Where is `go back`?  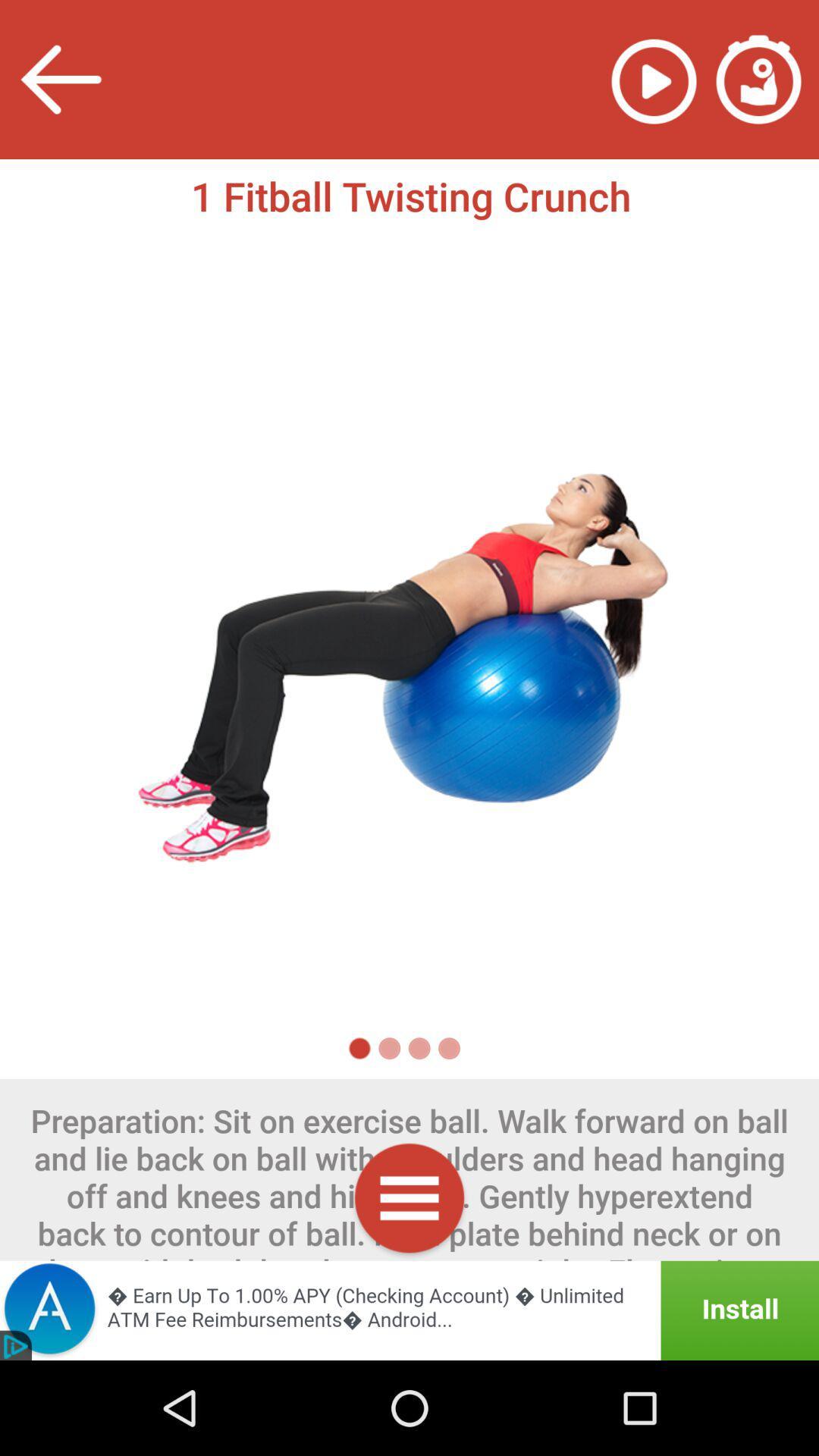
go back is located at coordinates (59, 79).